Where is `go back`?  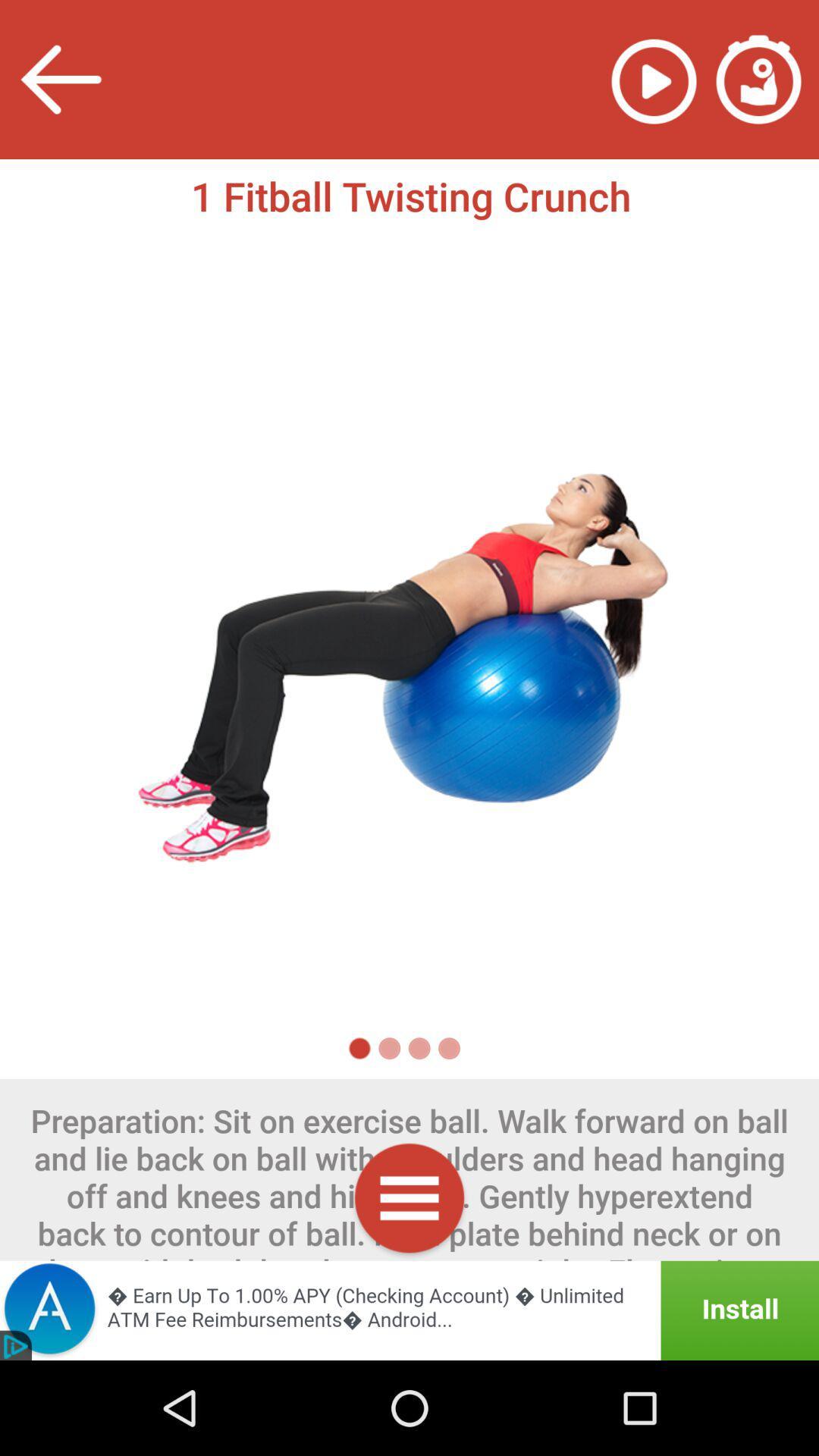
go back is located at coordinates (59, 79).